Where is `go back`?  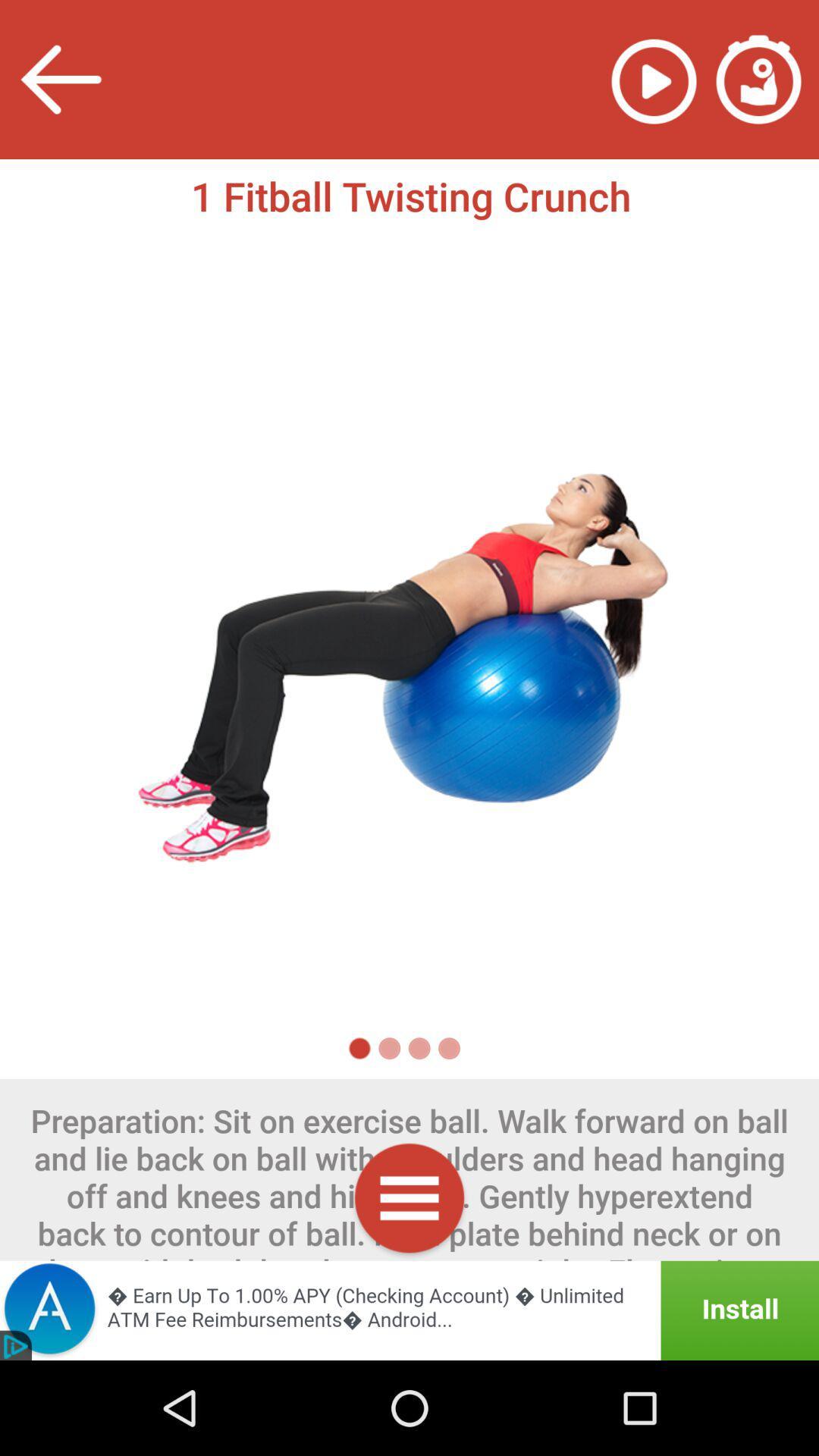
go back is located at coordinates (59, 79).